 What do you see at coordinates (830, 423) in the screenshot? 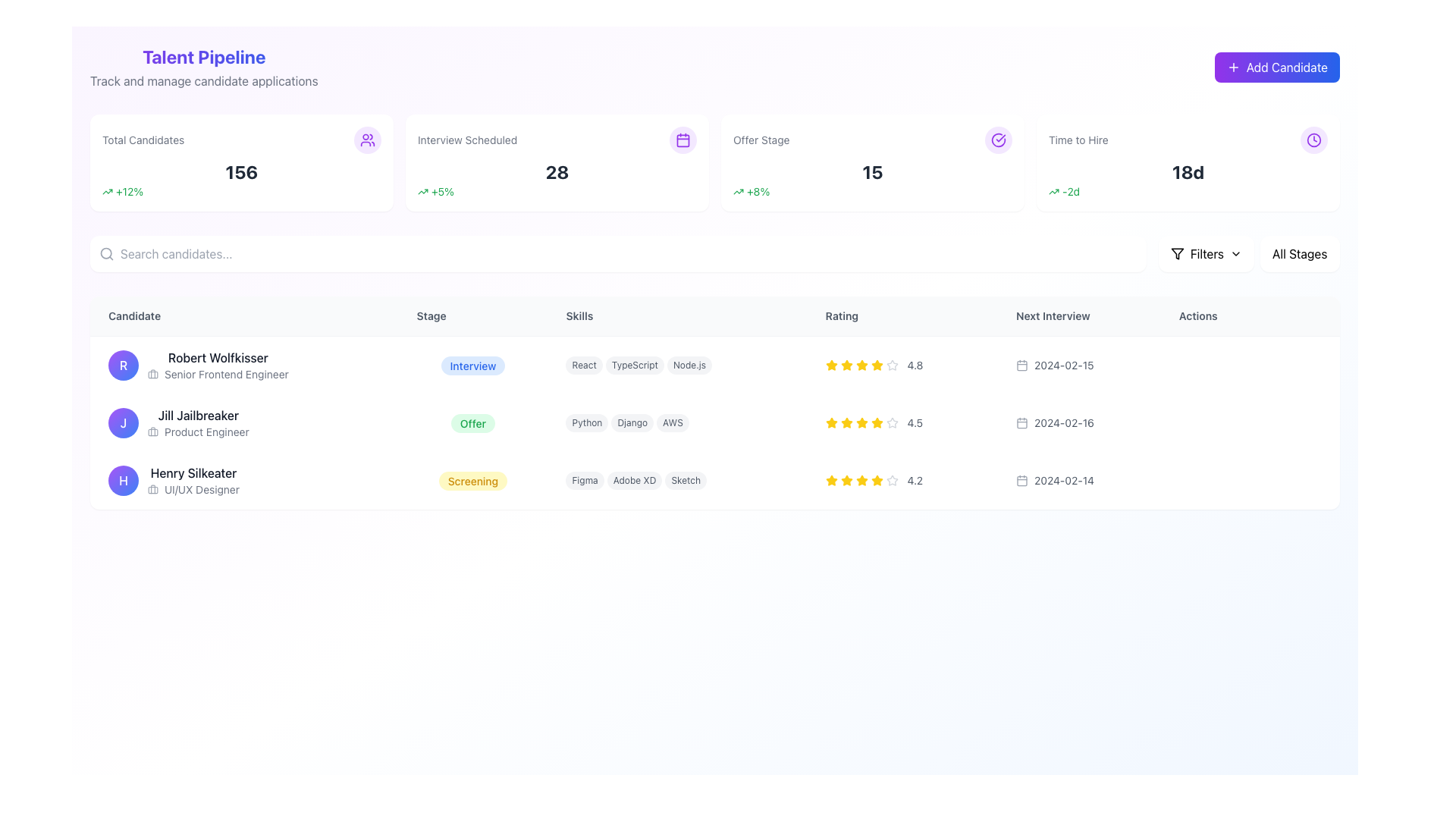
I see `the yellow star icon representing the rating for Jill Jailbreaker, located in the second row of the rating column` at bounding box center [830, 423].